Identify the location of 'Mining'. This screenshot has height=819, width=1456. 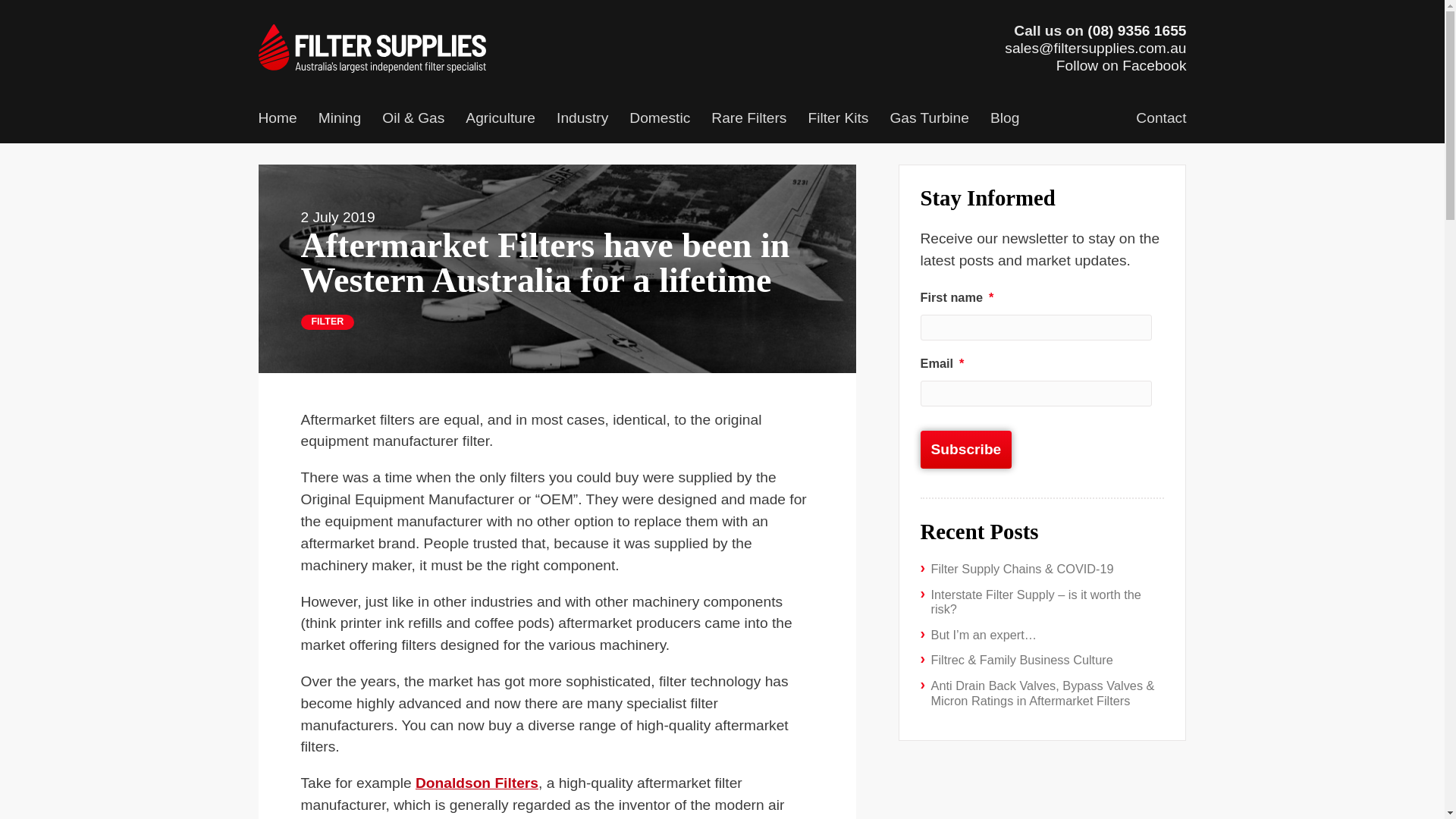
(339, 119).